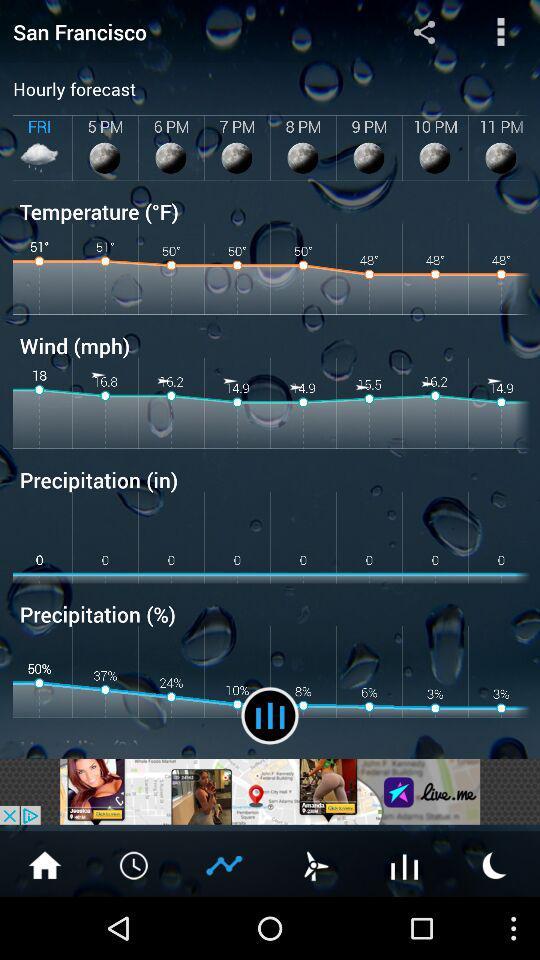  Describe the element at coordinates (270, 715) in the screenshot. I see `change forecast view` at that location.